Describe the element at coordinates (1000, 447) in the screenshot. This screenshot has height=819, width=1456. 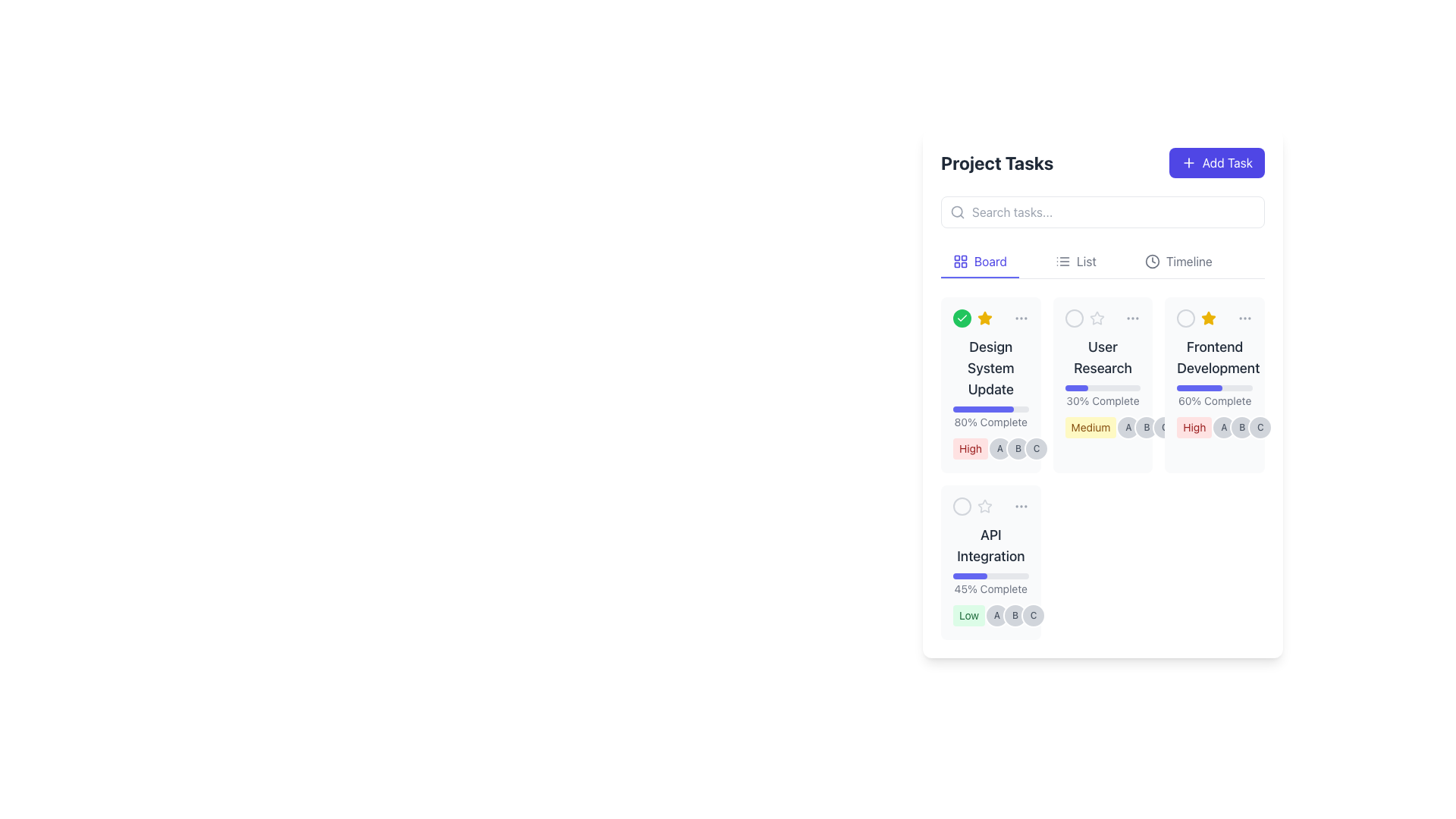
I see `the first circular icon labeled 'A' in the 'Design System Update' task card` at that location.